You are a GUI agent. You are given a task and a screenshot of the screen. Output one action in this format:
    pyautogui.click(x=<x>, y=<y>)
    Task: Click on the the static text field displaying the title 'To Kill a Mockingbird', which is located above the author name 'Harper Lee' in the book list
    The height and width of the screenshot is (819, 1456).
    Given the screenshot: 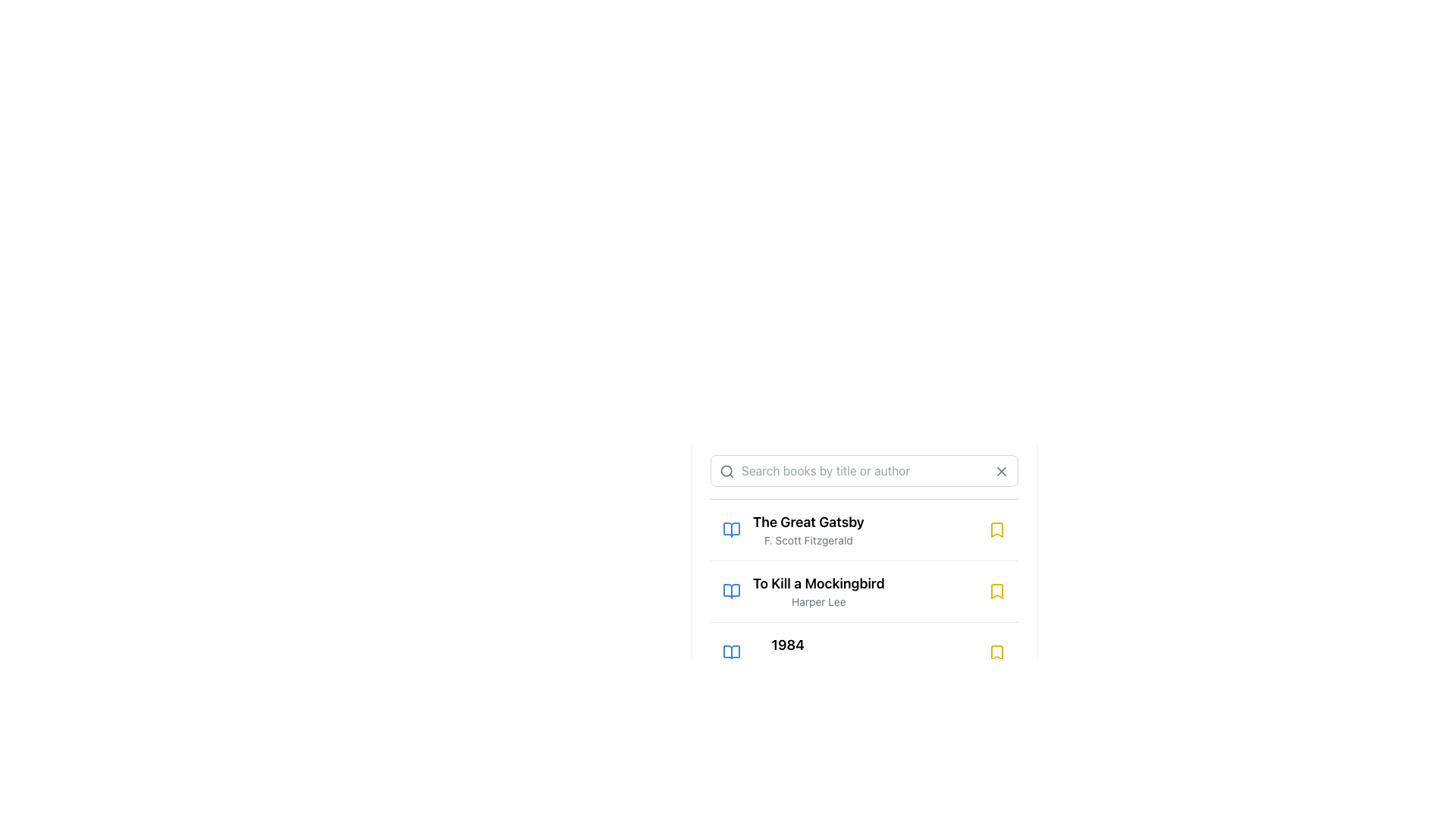 What is the action you would take?
    pyautogui.click(x=817, y=583)
    